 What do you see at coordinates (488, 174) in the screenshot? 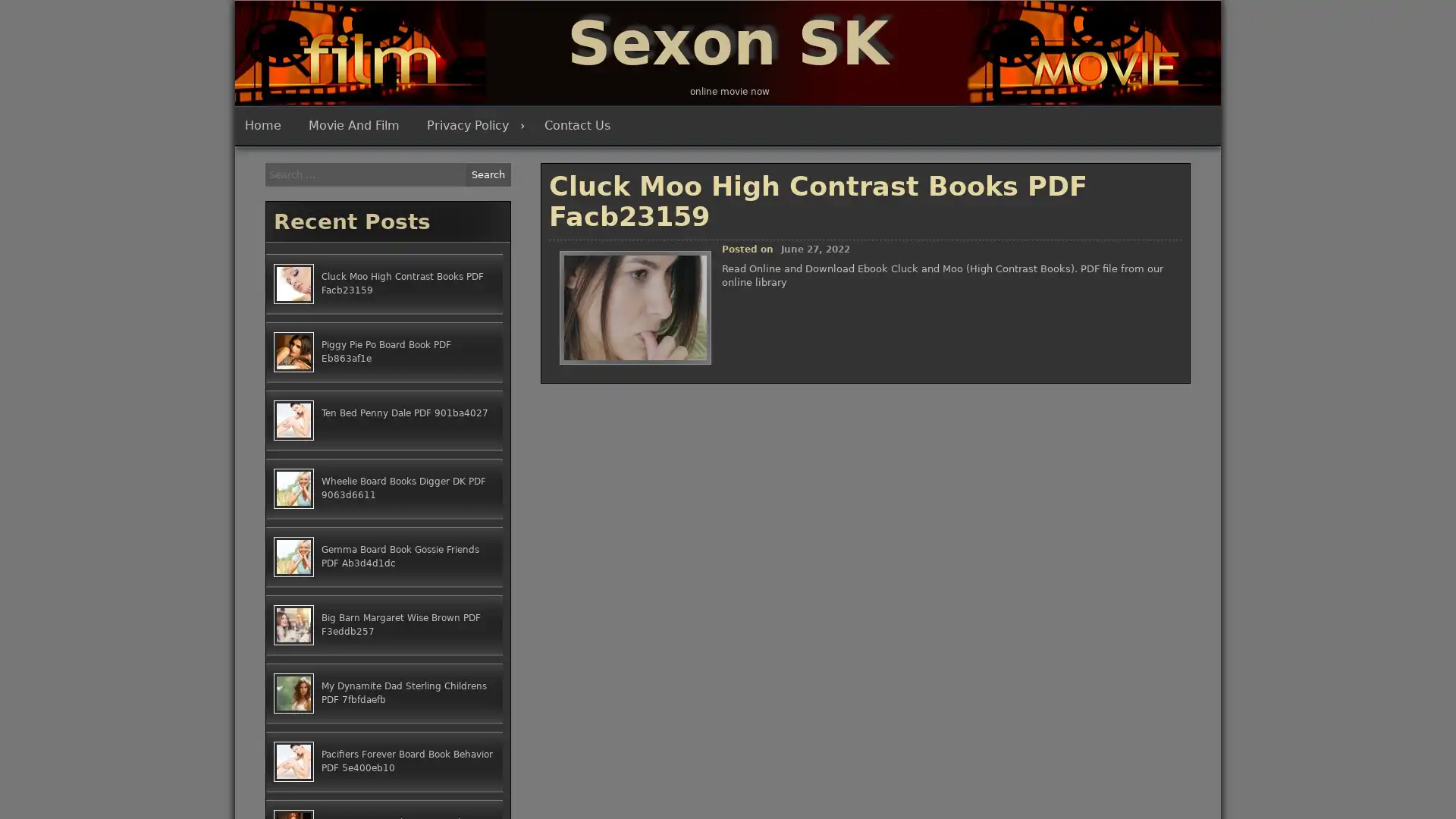
I see `Search` at bounding box center [488, 174].